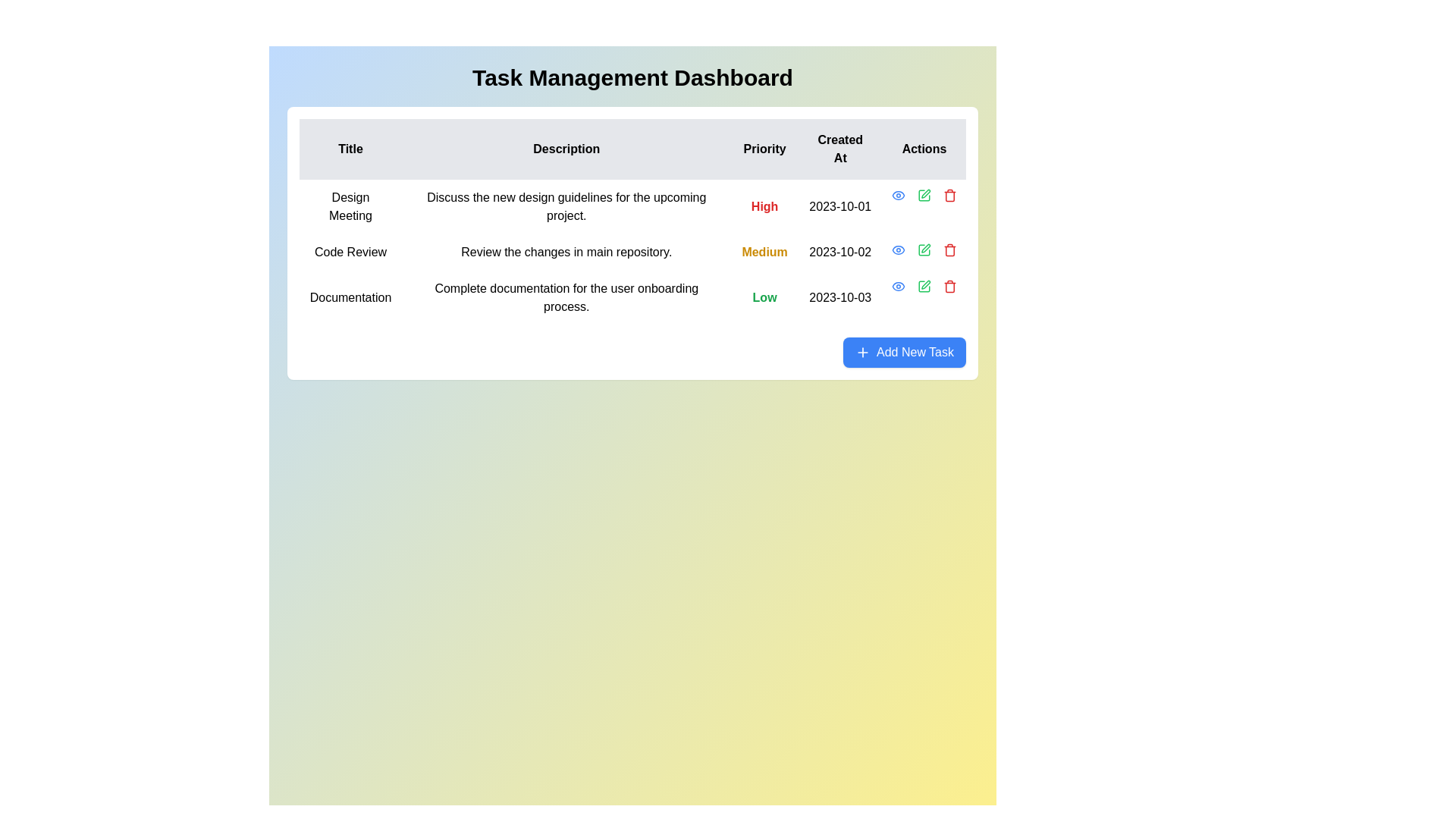 The width and height of the screenshot is (1456, 819). What do you see at coordinates (566, 251) in the screenshot?
I see `the text element displaying 'Review the changes in main repository.' located in the second row of the table under the 'Description' column` at bounding box center [566, 251].